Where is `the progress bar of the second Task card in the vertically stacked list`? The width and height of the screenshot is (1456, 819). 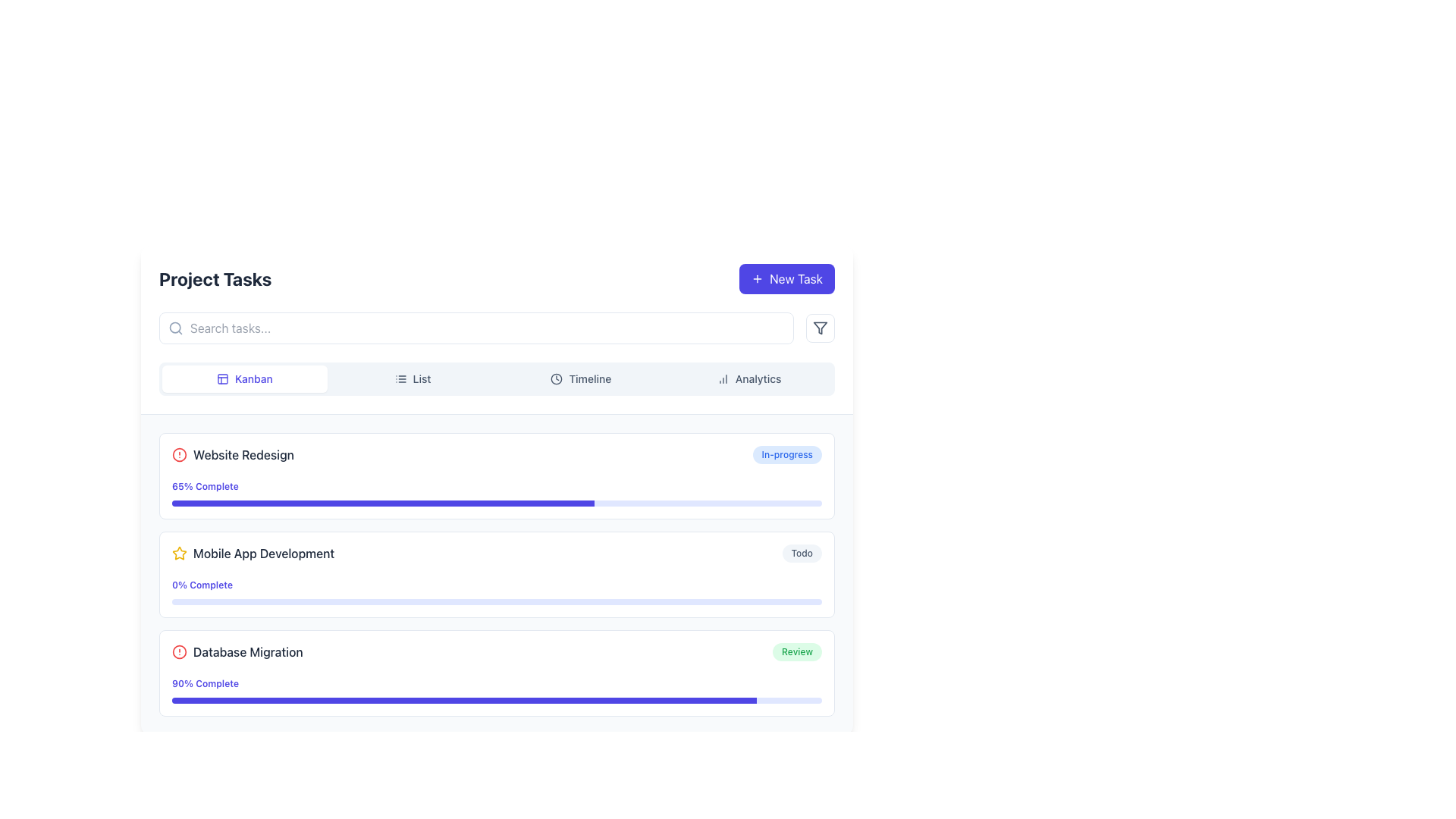 the progress bar of the second Task card in the vertically stacked list is located at coordinates (497, 575).